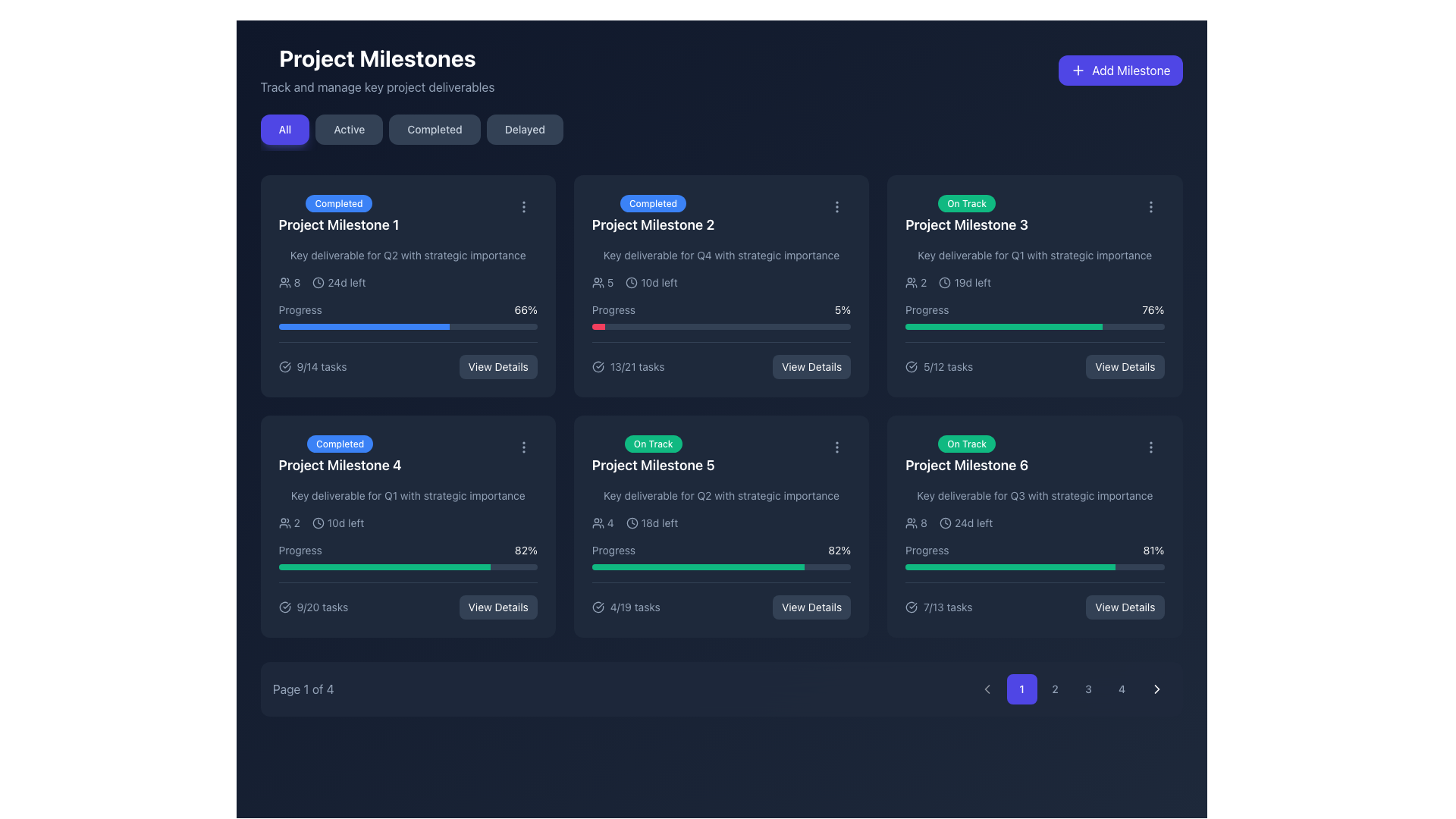 The image size is (1456, 819). What do you see at coordinates (926, 309) in the screenshot?
I see `the 'Progress' text label which is light gray, displayed in a sans-serif font, located within the 'Project Milestone 3' card, above the progress bar and to the left of the percentage value '76%'` at bounding box center [926, 309].